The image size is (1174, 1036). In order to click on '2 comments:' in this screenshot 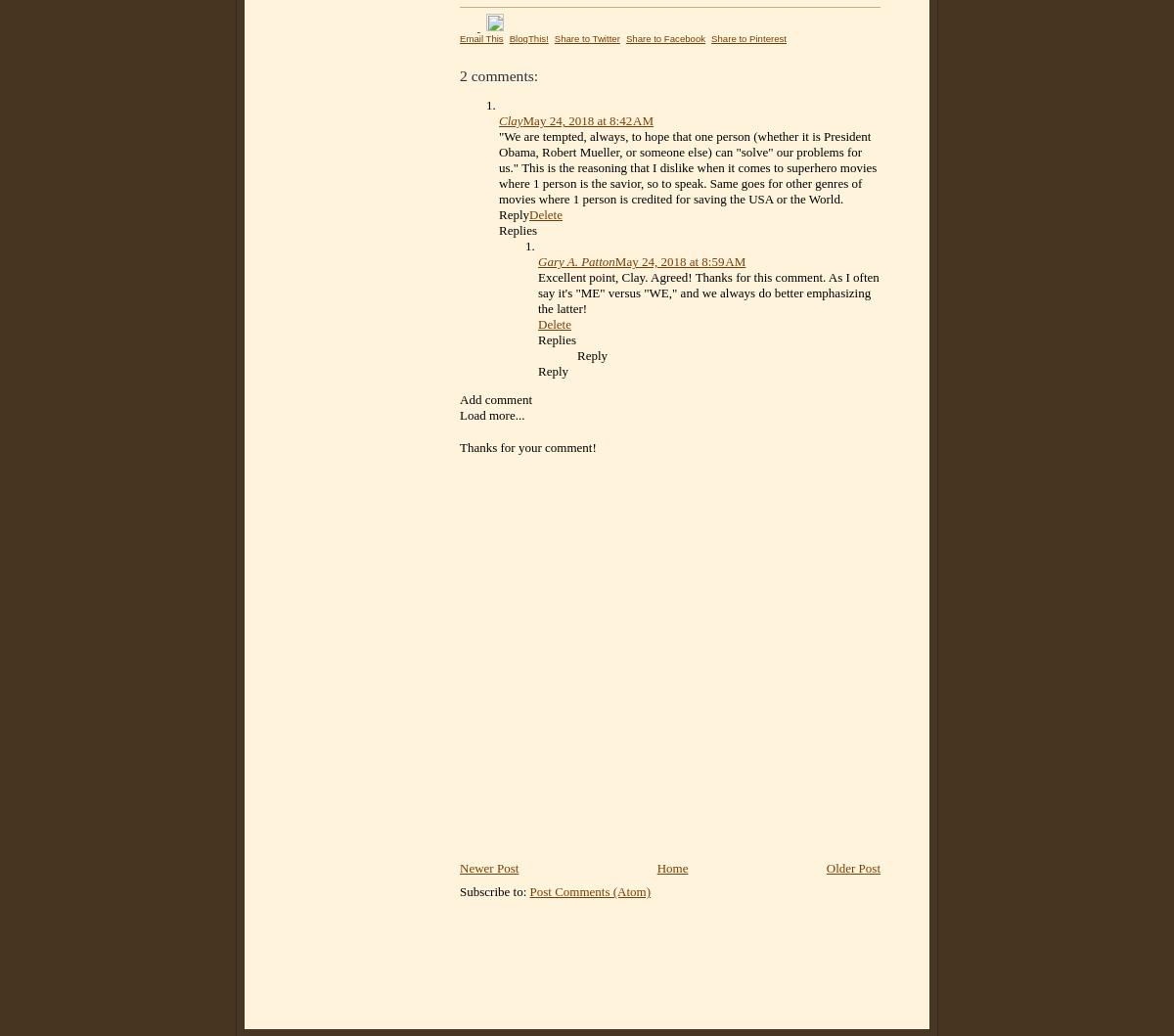, I will do `click(459, 75)`.